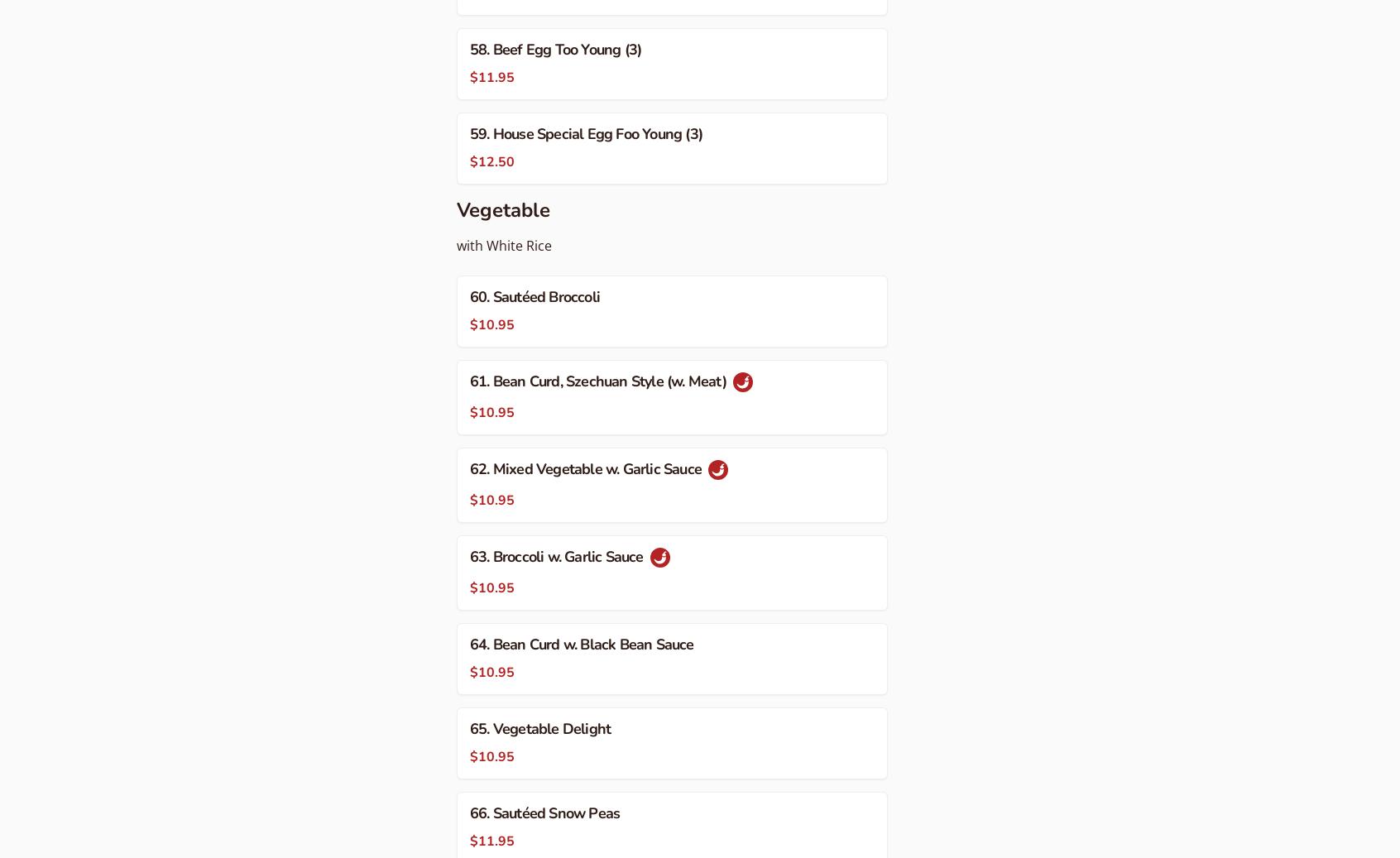 The image size is (1400, 858). Describe the element at coordinates (582, 644) in the screenshot. I see `'64. Bean Curd w. Black Bean Sauce'` at that location.